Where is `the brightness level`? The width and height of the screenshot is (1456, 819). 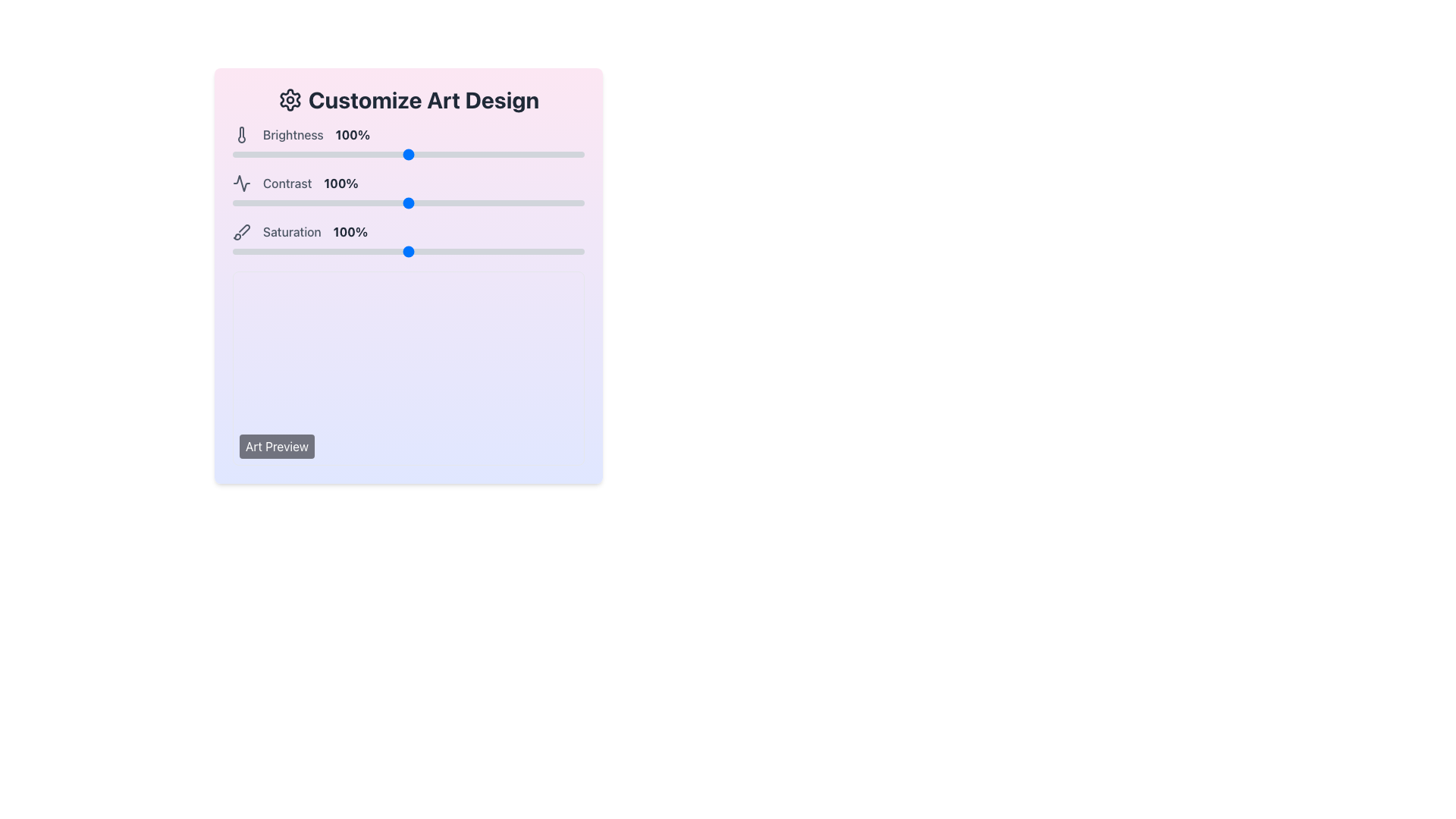 the brightness level is located at coordinates (246, 155).